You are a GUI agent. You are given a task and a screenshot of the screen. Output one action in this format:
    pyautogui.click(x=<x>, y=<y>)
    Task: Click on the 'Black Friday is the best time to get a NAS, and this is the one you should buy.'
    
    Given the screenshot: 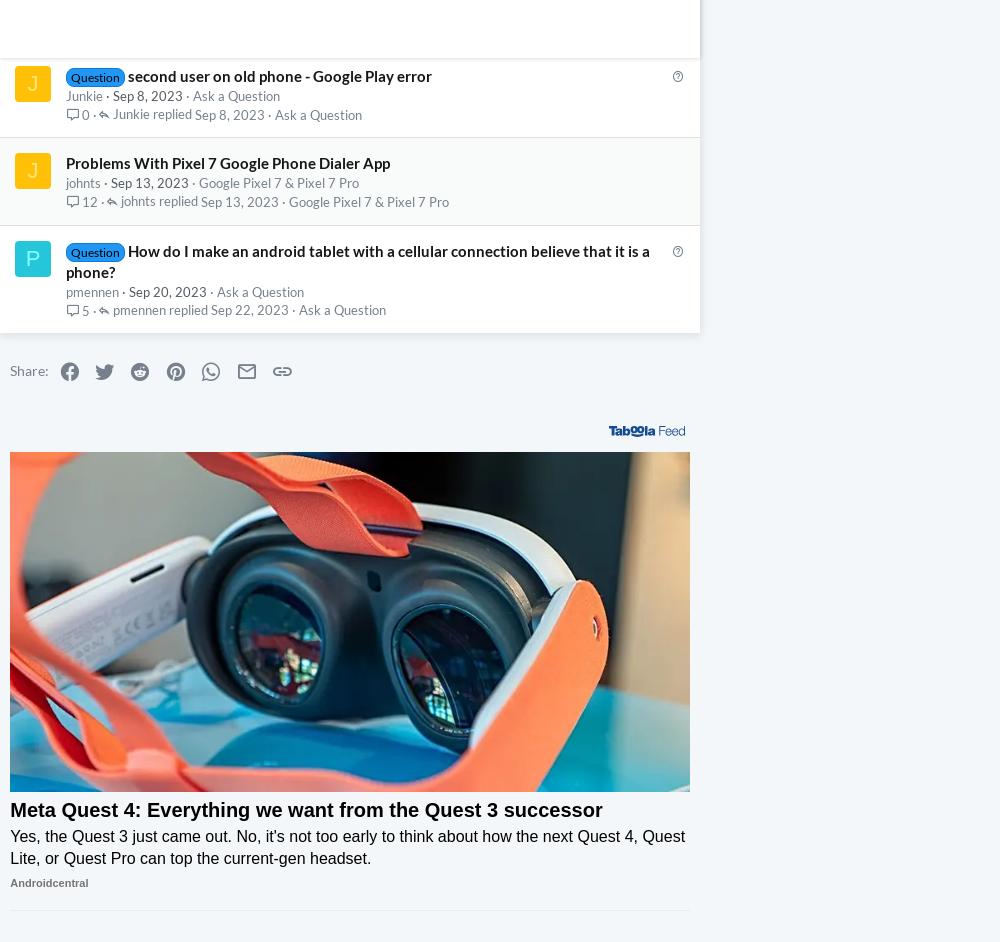 What is the action you would take?
    pyautogui.click(x=250, y=825)
    